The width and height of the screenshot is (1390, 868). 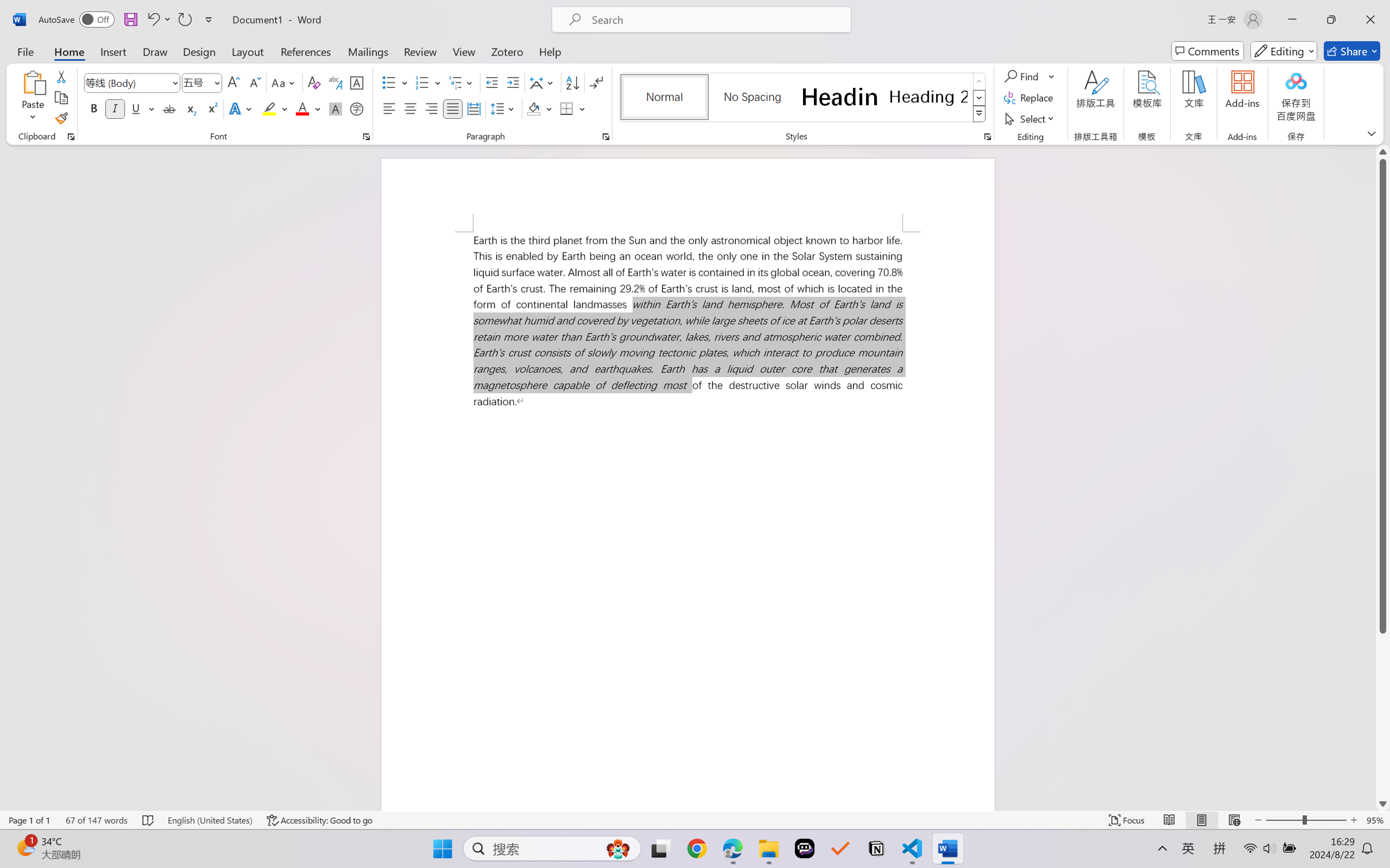 What do you see at coordinates (30, 820) in the screenshot?
I see `'Page Number Page 1 of 1'` at bounding box center [30, 820].